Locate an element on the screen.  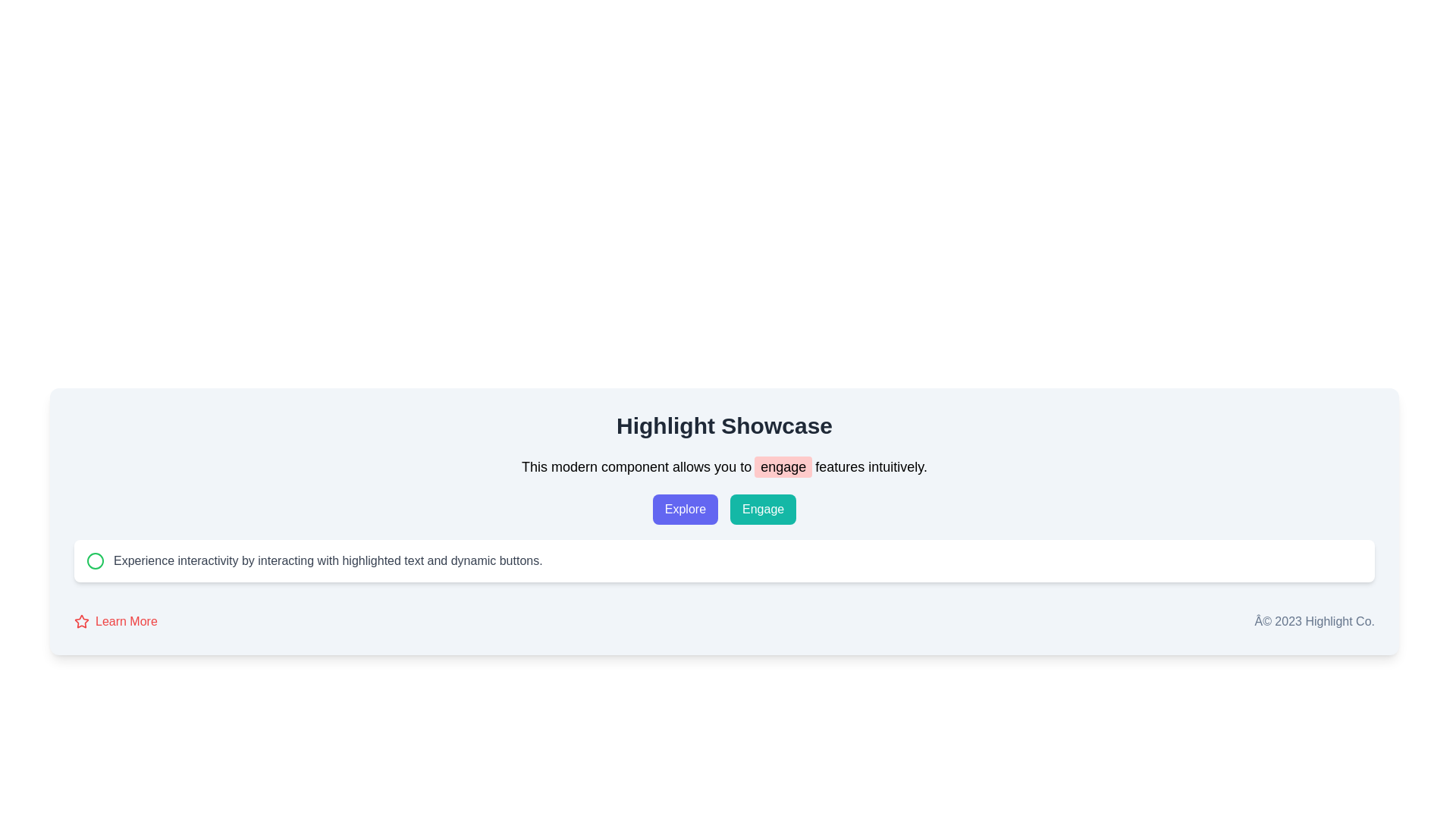
the red 'Learn More' hyperlink with a star icon is located at coordinates (115, 622).